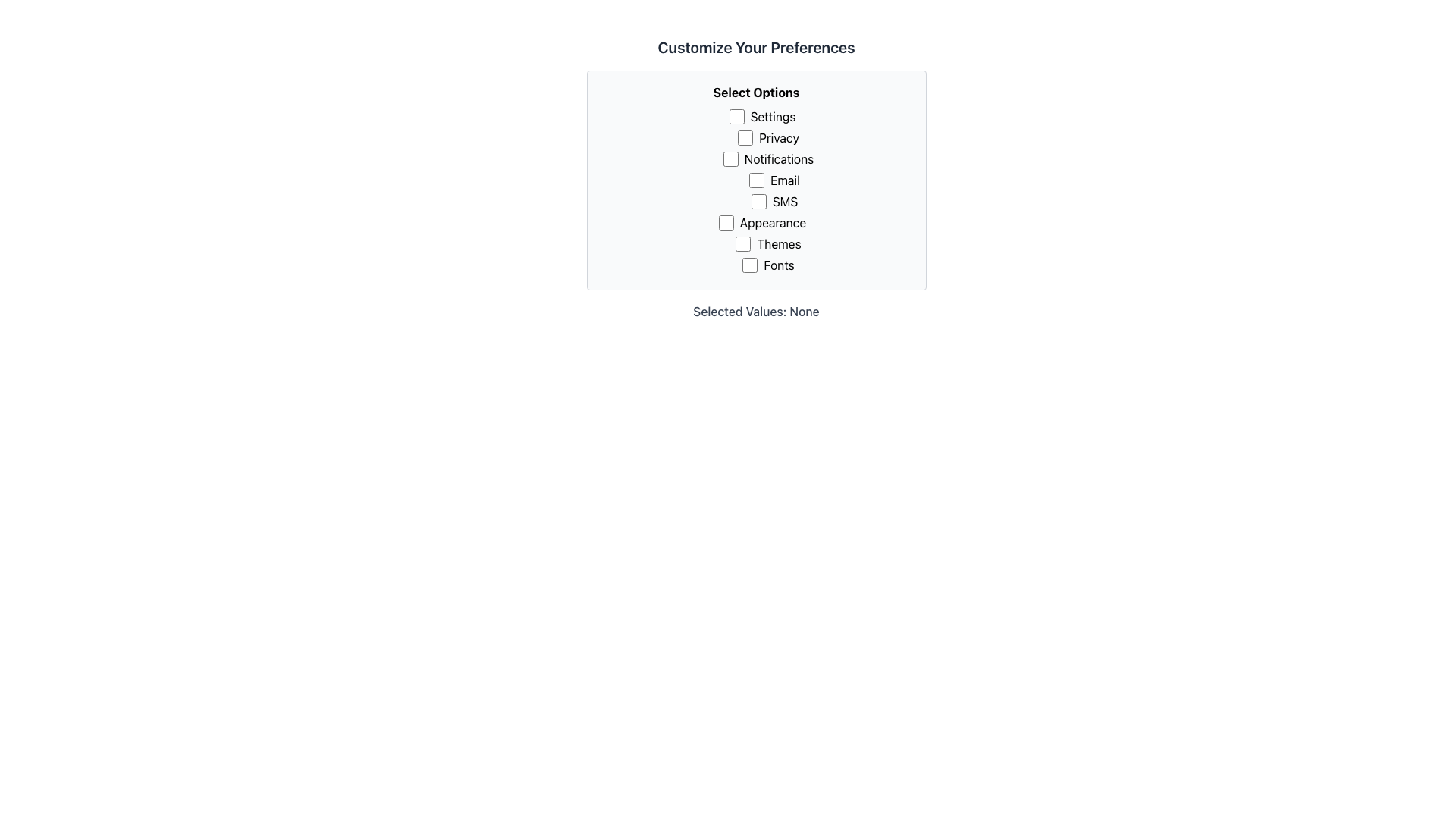  What do you see at coordinates (774, 180) in the screenshot?
I see `the 'Email' label element located in the 'Select Options' section beneath the 'Notifications' header` at bounding box center [774, 180].